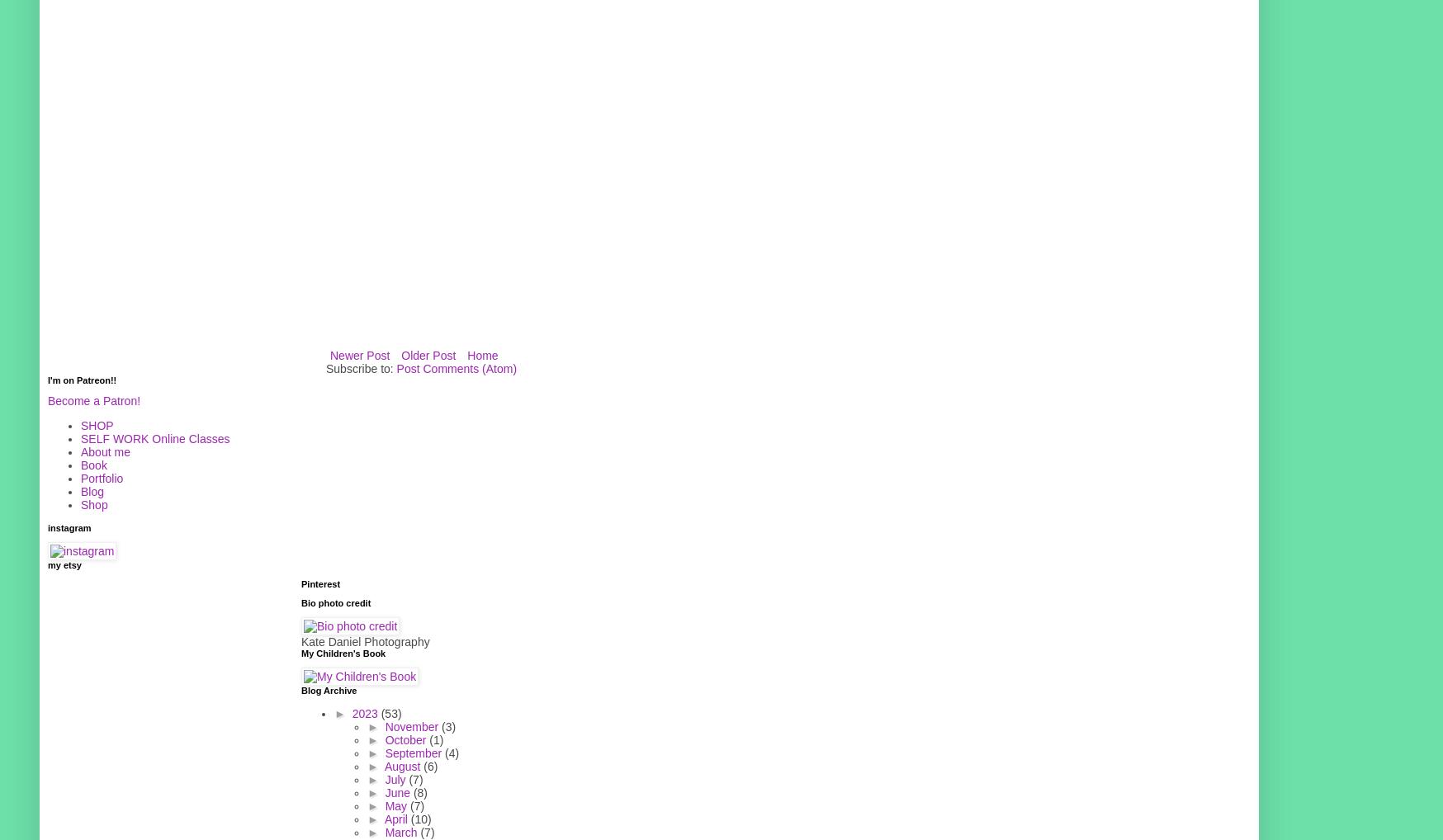 This screenshot has width=1443, height=840. I want to click on 'Portfolio', so click(102, 478).